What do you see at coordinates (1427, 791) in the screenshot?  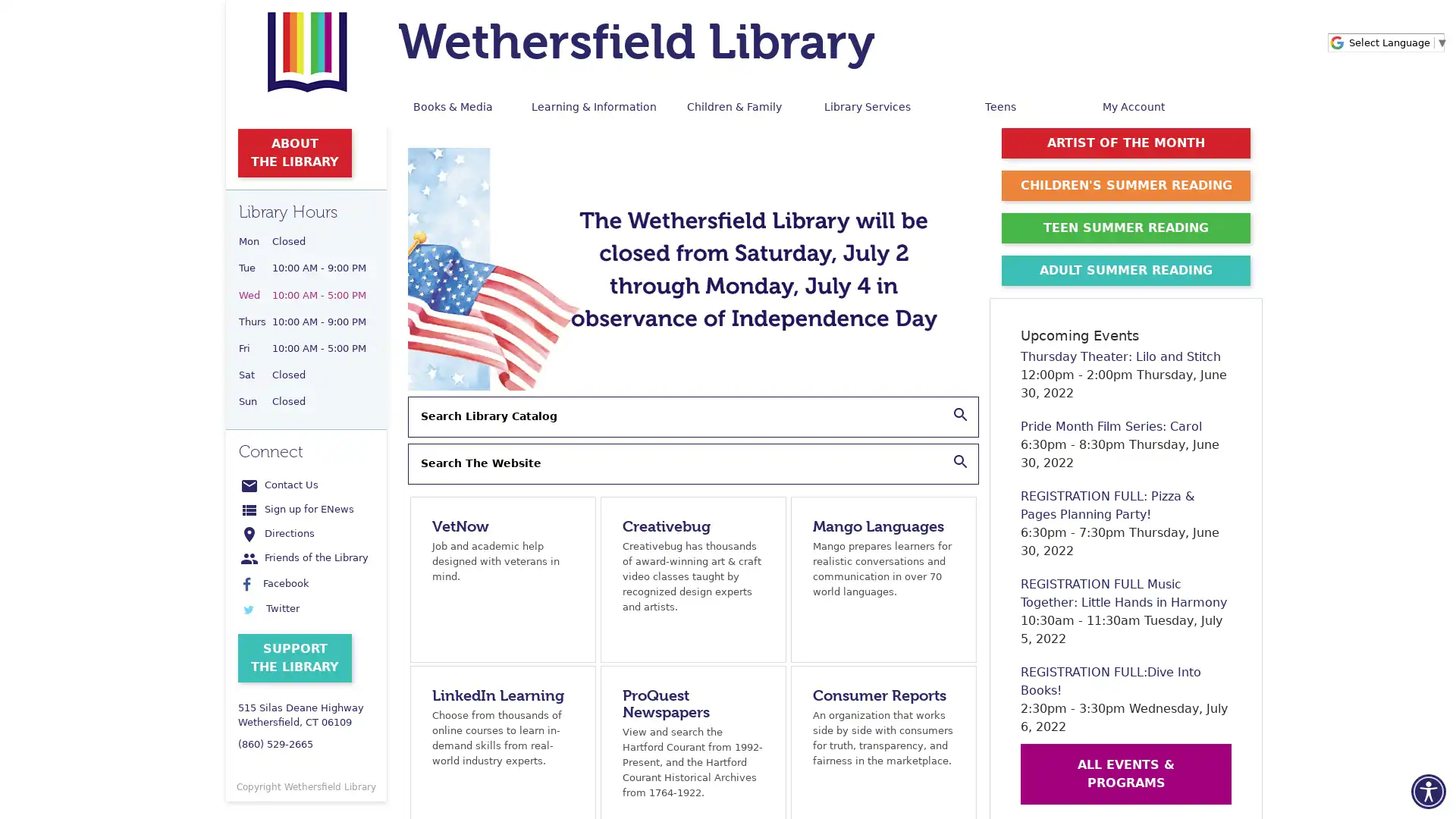 I see `Accessibility Menu` at bounding box center [1427, 791].